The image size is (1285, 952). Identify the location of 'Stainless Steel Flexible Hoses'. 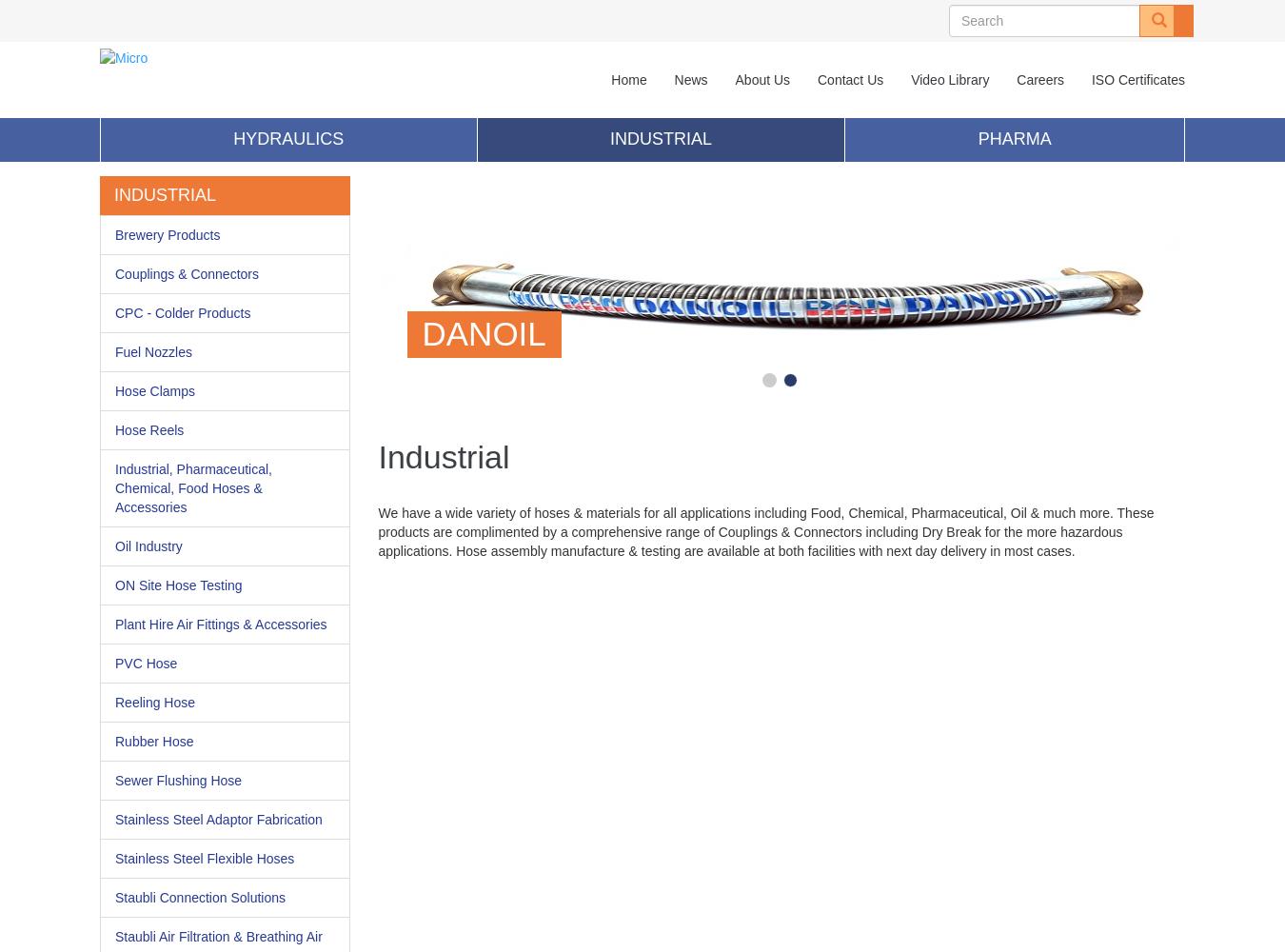
(205, 859).